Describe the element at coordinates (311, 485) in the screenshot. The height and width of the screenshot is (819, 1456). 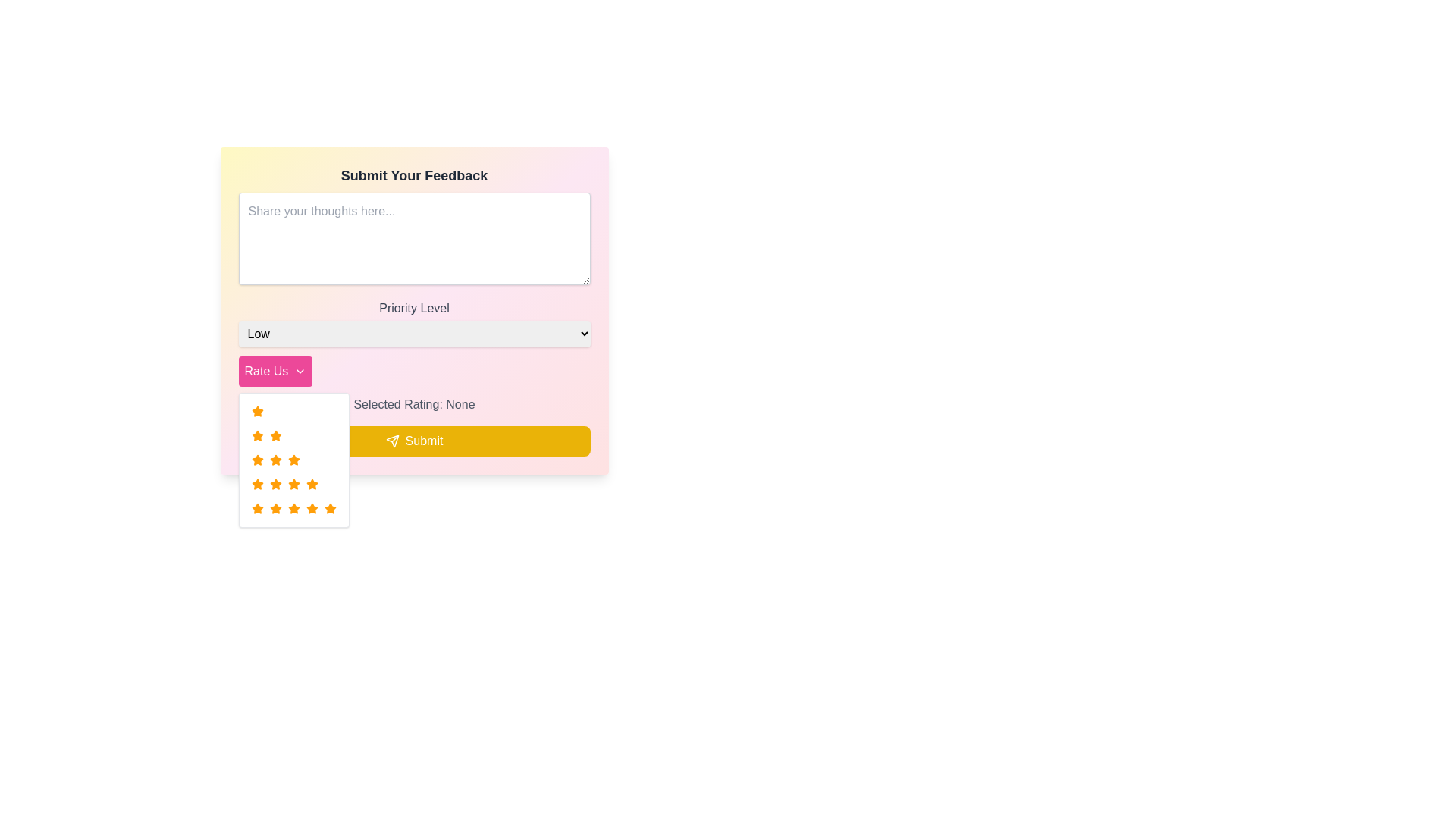
I see `the star-shaped icon with a bright orange fill and border, located in the sixth column of the fourth row in the grid layout below the 'Rate Us' button` at that location.